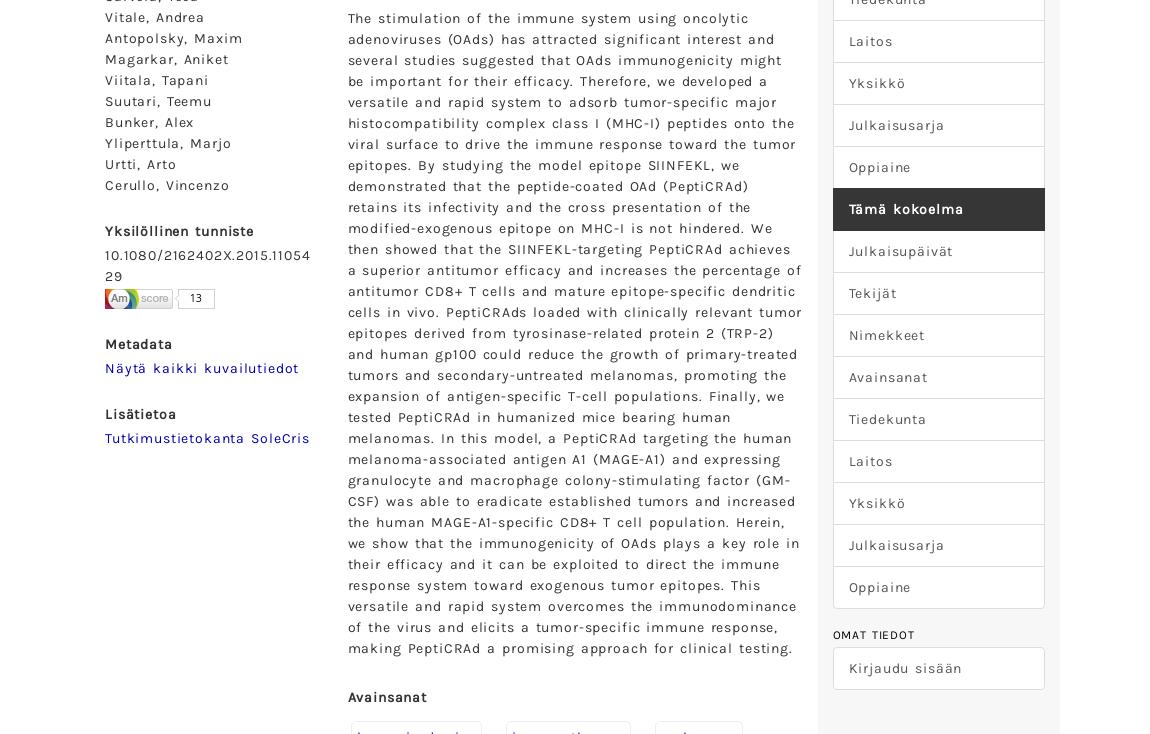 Image resolution: width=1150 pixels, height=734 pixels. What do you see at coordinates (847, 418) in the screenshot?
I see `'Tiedekunta'` at bounding box center [847, 418].